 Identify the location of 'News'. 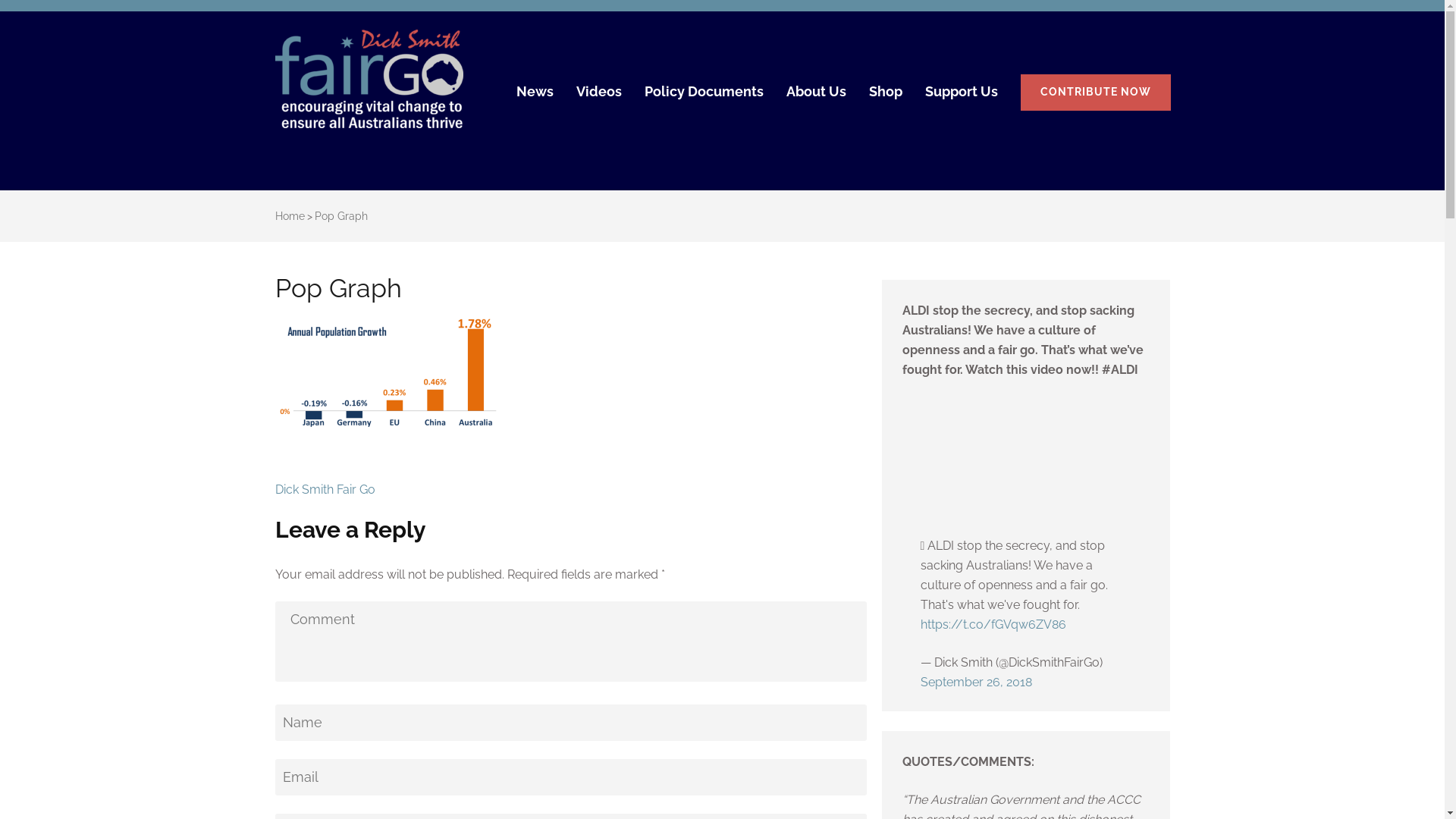
(534, 98).